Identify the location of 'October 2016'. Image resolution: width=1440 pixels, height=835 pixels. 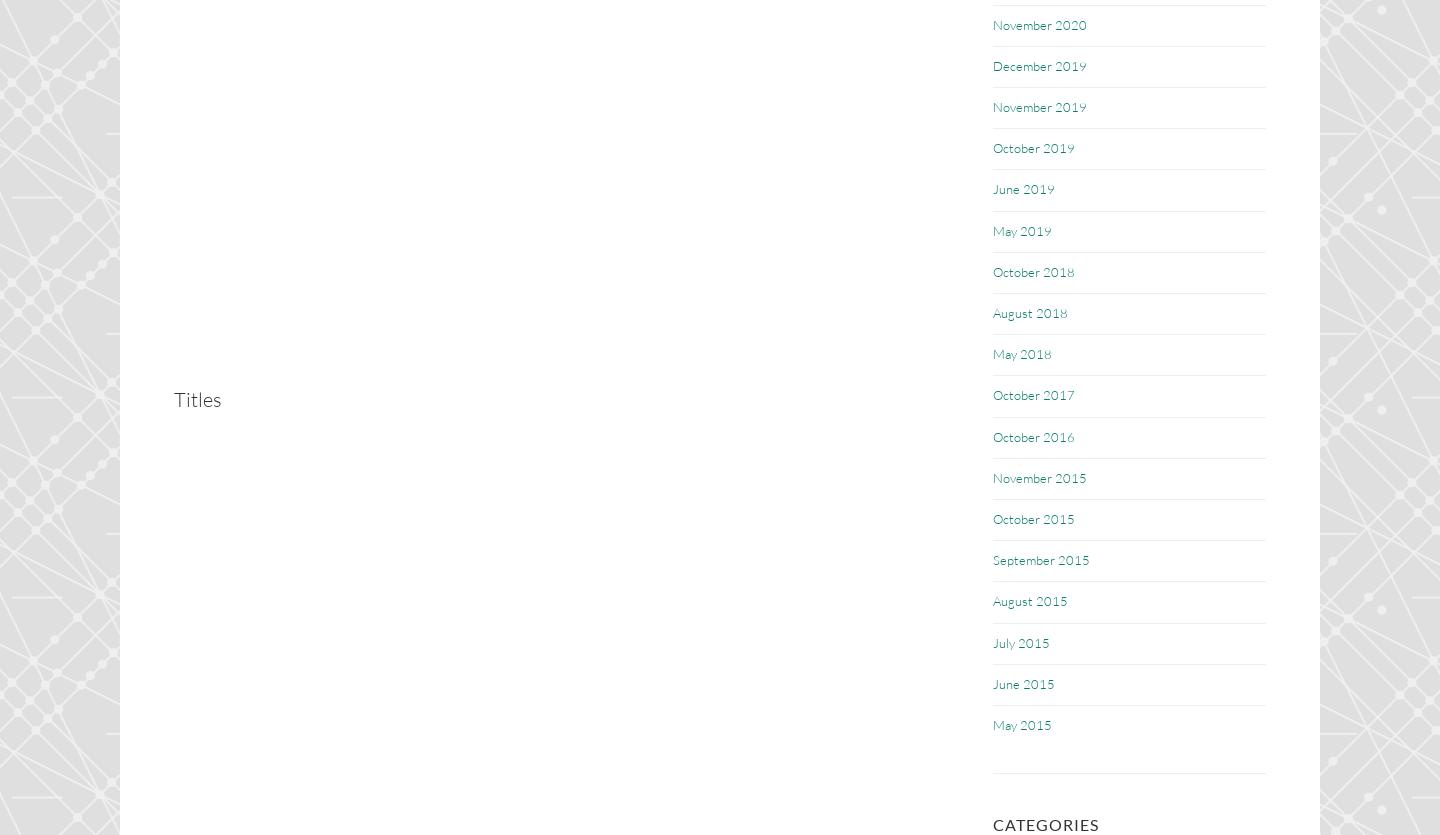
(1034, 435).